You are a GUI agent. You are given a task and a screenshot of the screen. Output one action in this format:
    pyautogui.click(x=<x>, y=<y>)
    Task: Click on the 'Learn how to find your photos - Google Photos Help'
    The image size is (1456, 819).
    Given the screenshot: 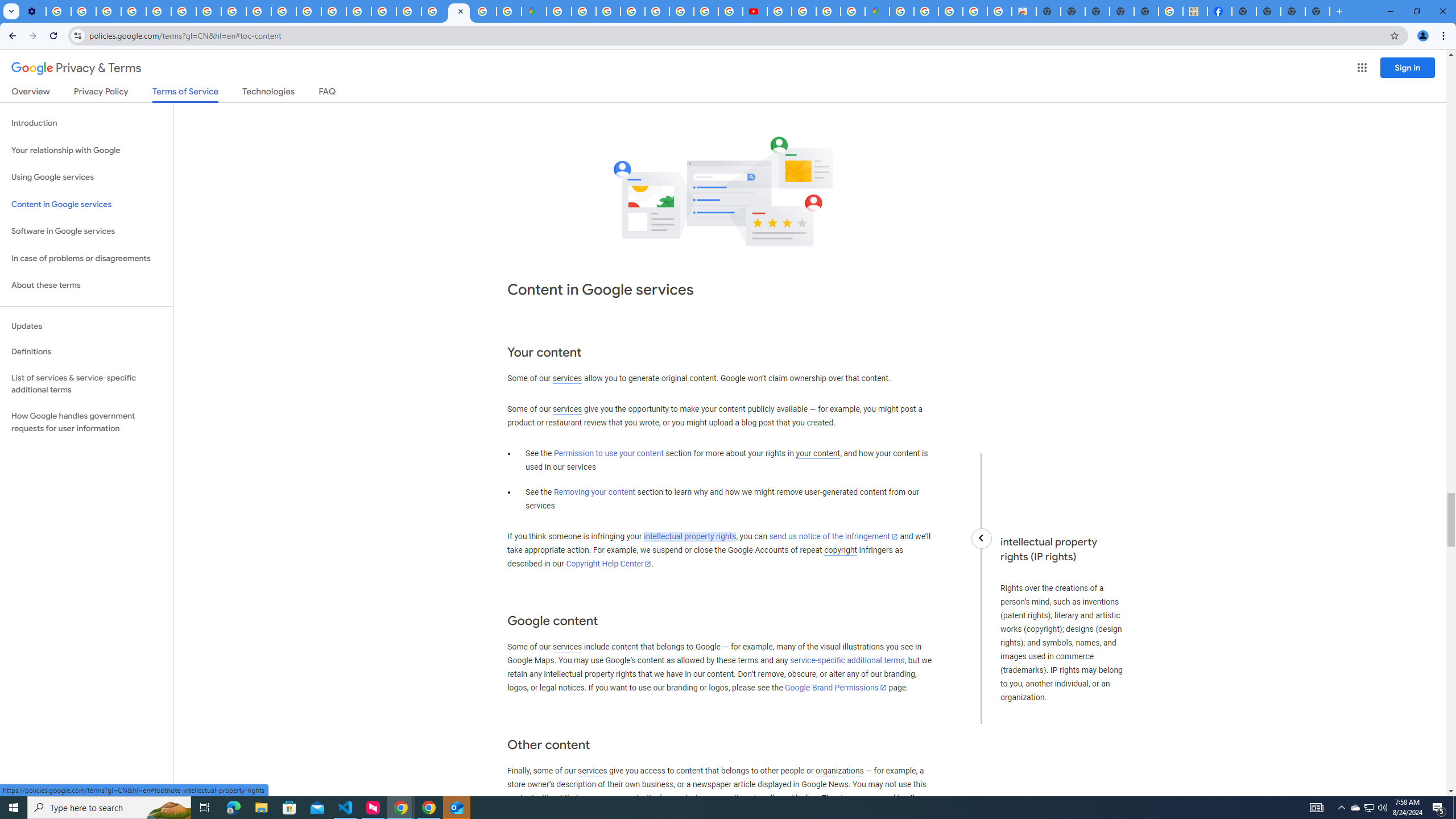 What is the action you would take?
    pyautogui.click(x=83, y=11)
    